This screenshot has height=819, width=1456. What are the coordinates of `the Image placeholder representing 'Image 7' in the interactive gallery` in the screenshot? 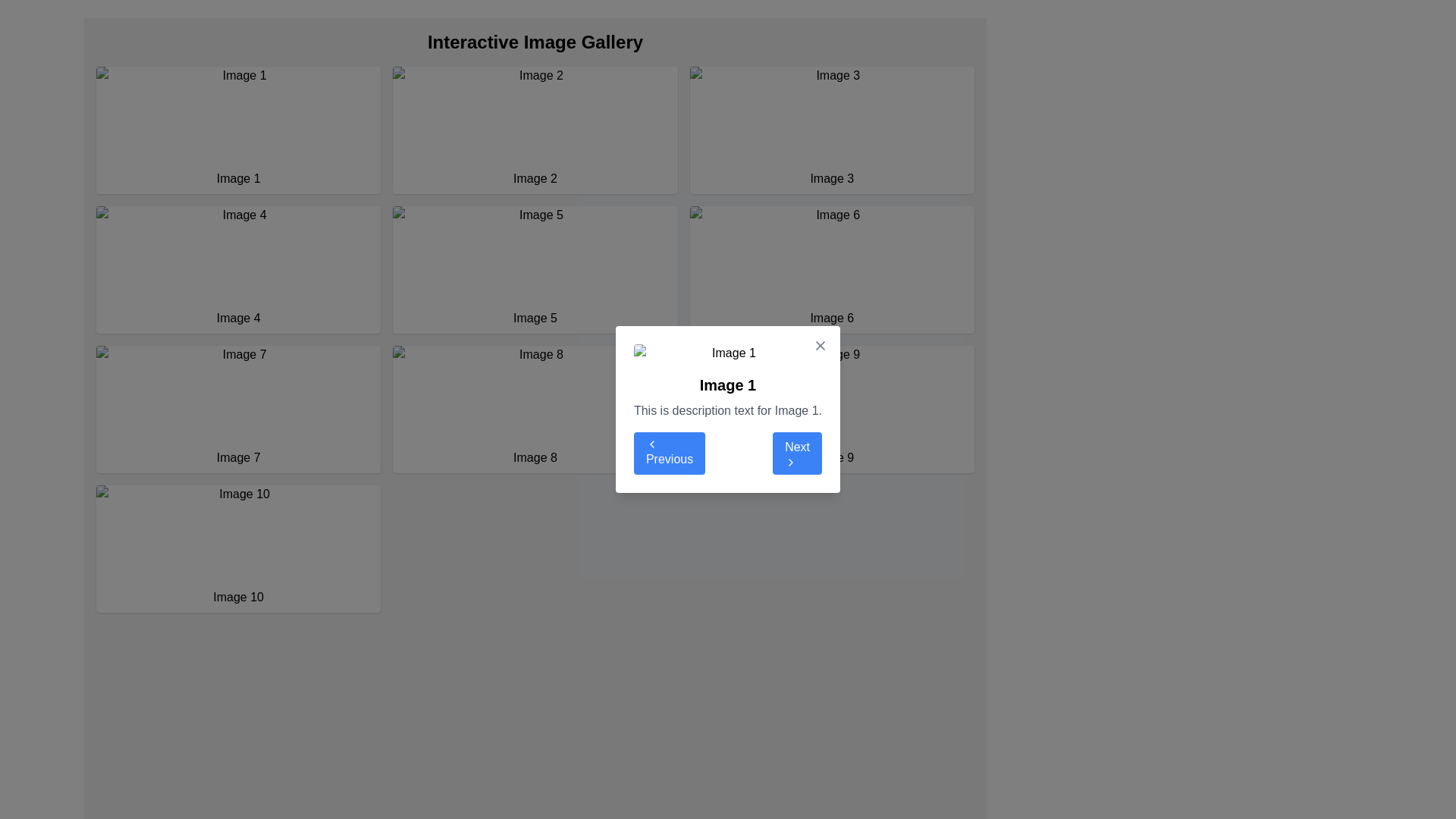 It's located at (237, 394).